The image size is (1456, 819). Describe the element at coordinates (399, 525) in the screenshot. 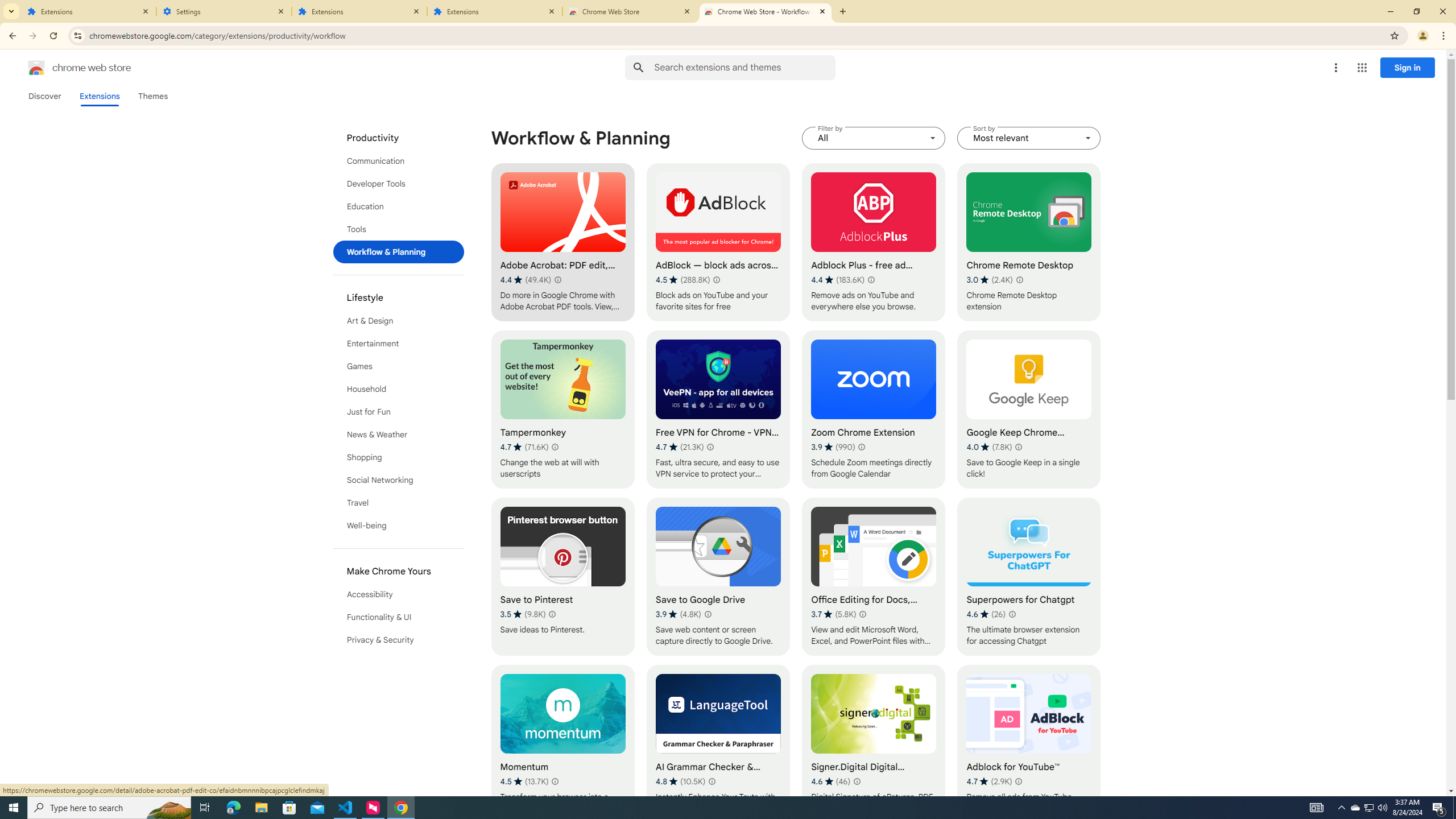

I see `'Well-being'` at that location.